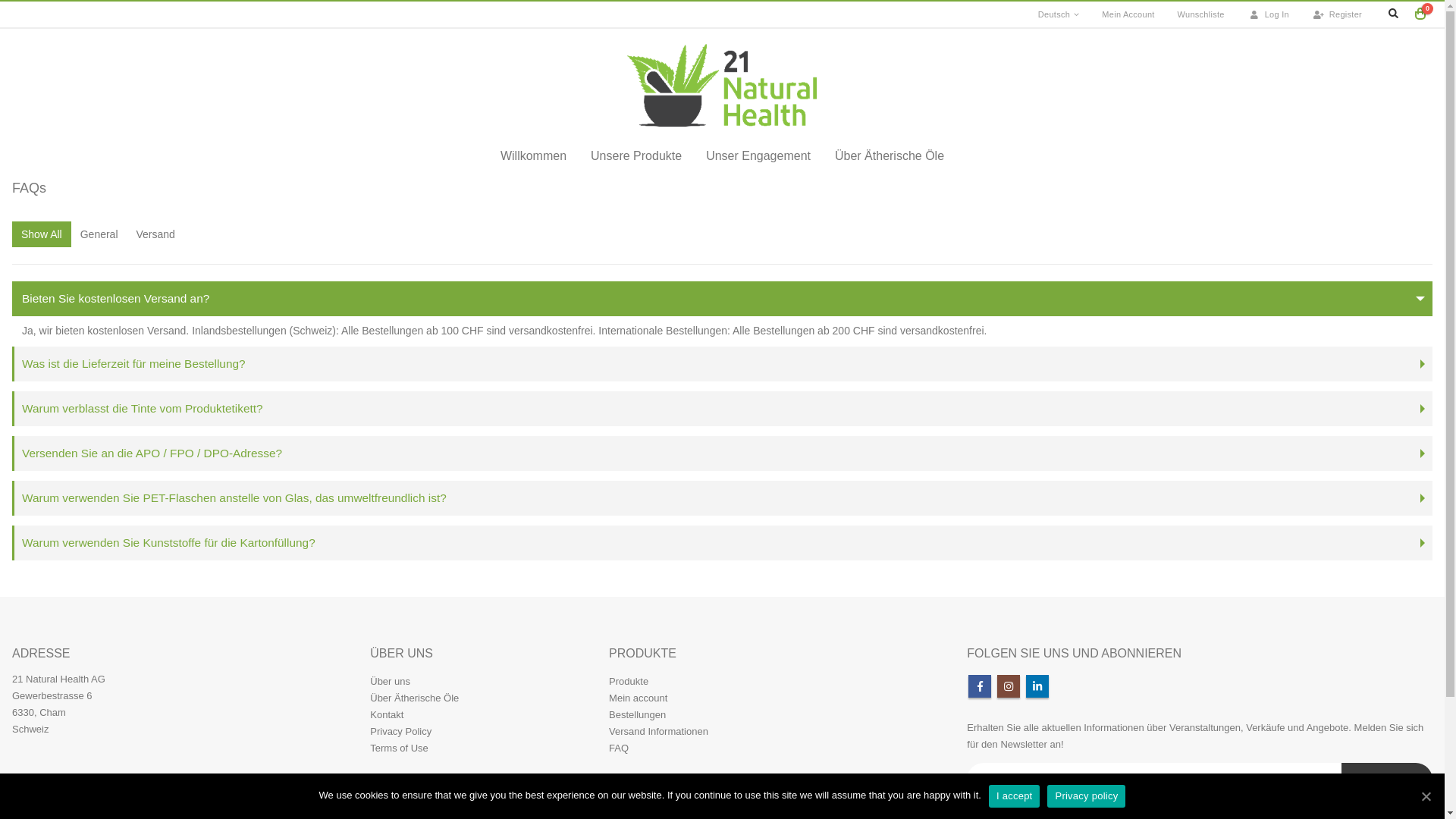 The width and height of the screenshot is (1456, 819). Describe the element at coordinates (638, 698) in the screenshot. I see `'Mein account'` at that location.